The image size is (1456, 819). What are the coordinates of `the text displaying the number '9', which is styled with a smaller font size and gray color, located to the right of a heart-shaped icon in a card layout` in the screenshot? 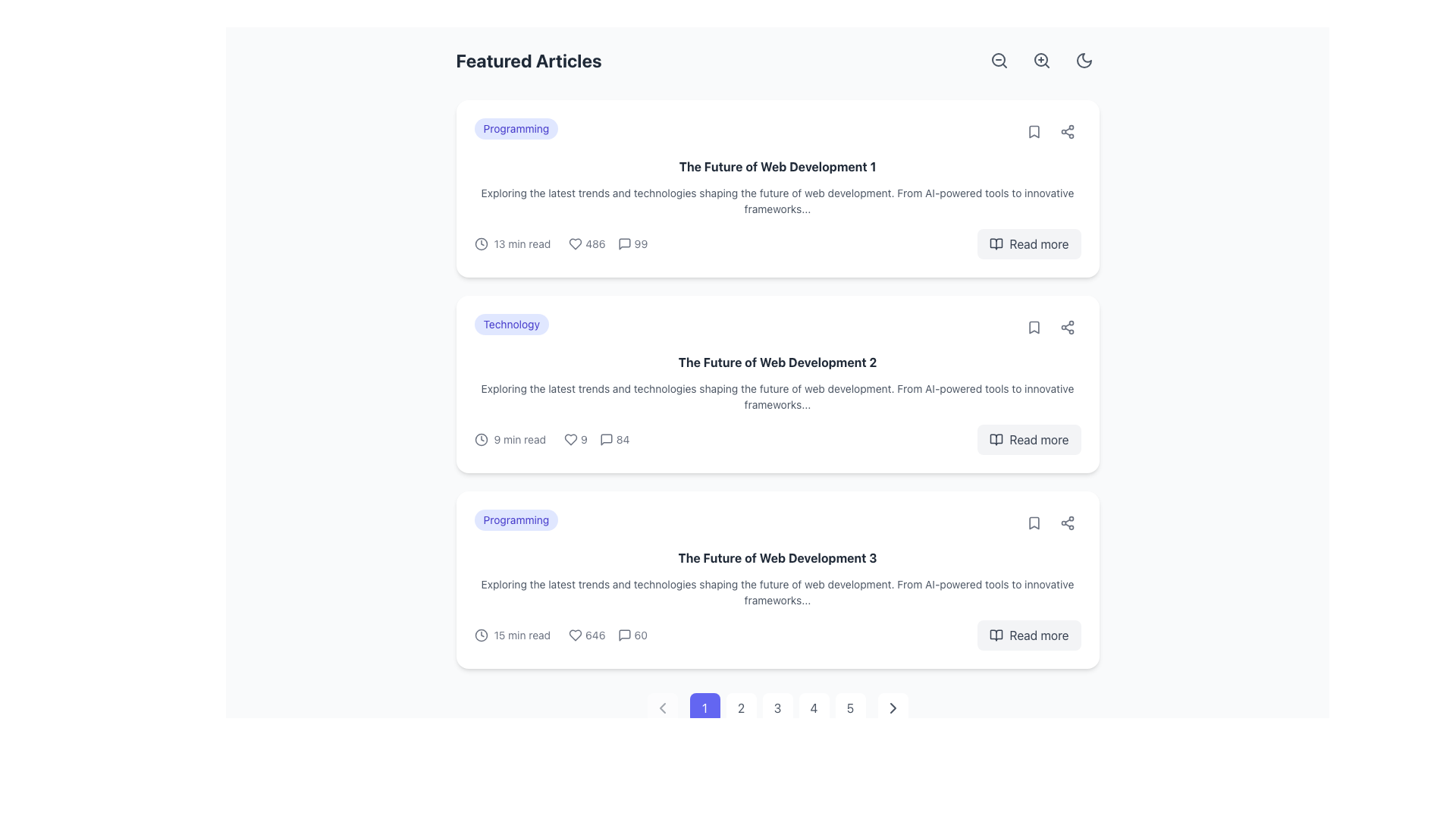 It's located at (583, 439).